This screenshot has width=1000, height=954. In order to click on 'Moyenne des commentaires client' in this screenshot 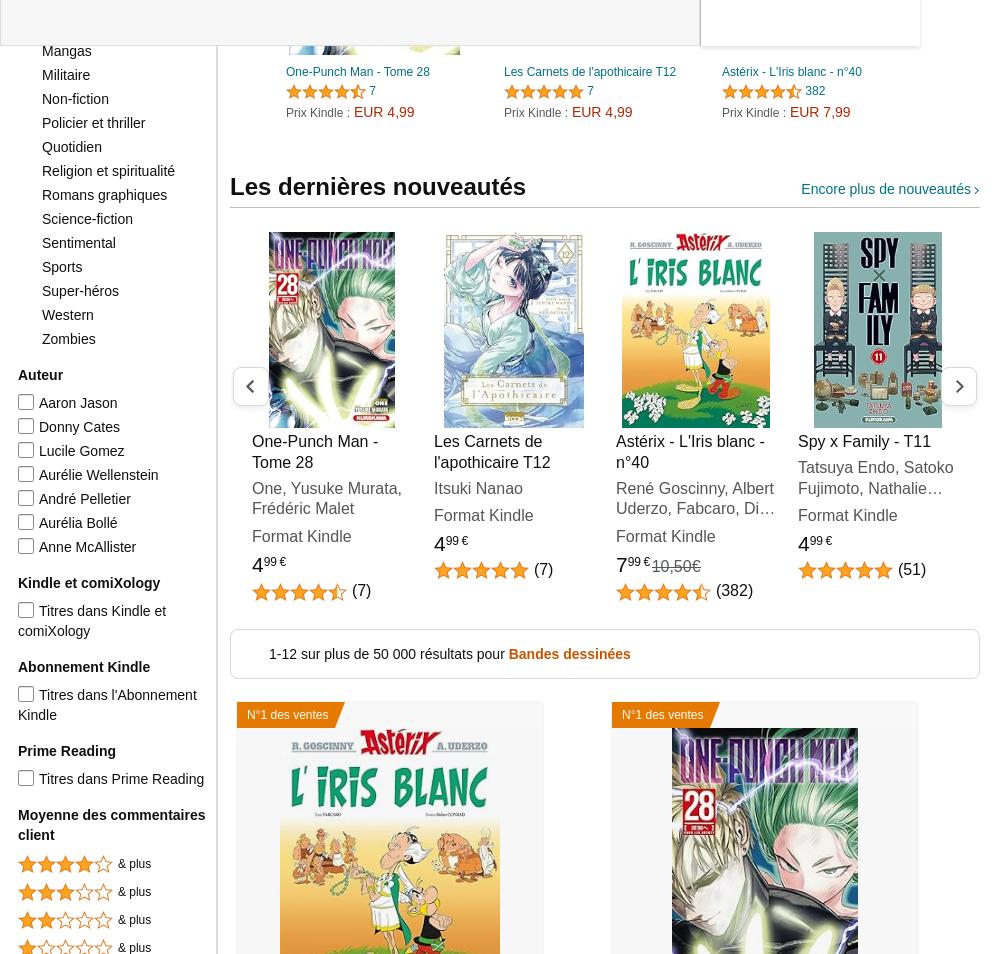, I will do `click(110, 825)`.